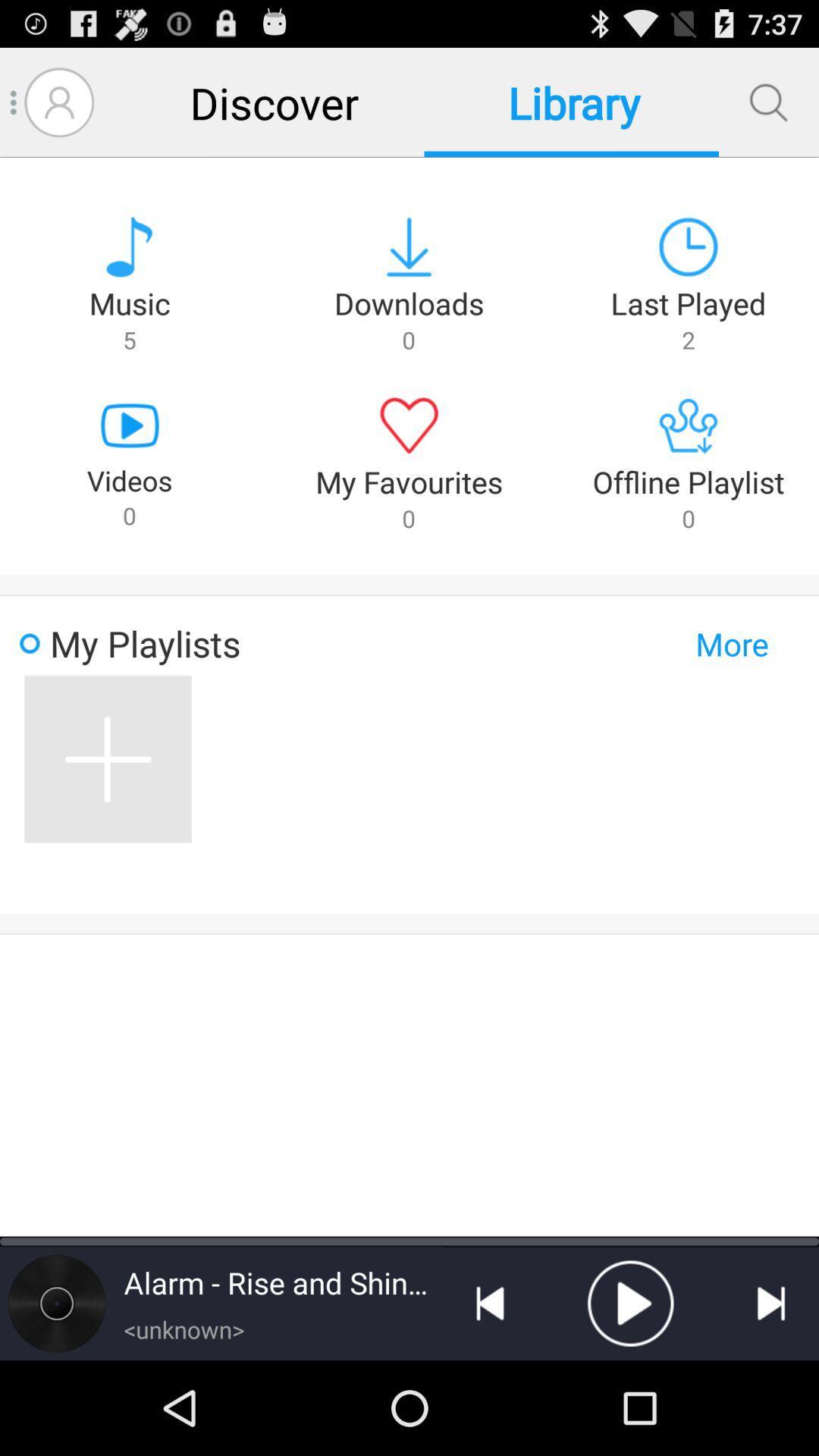  Describe the element at coordinates (490, 1302) in the screenshot. I see `rewind option` at that location.